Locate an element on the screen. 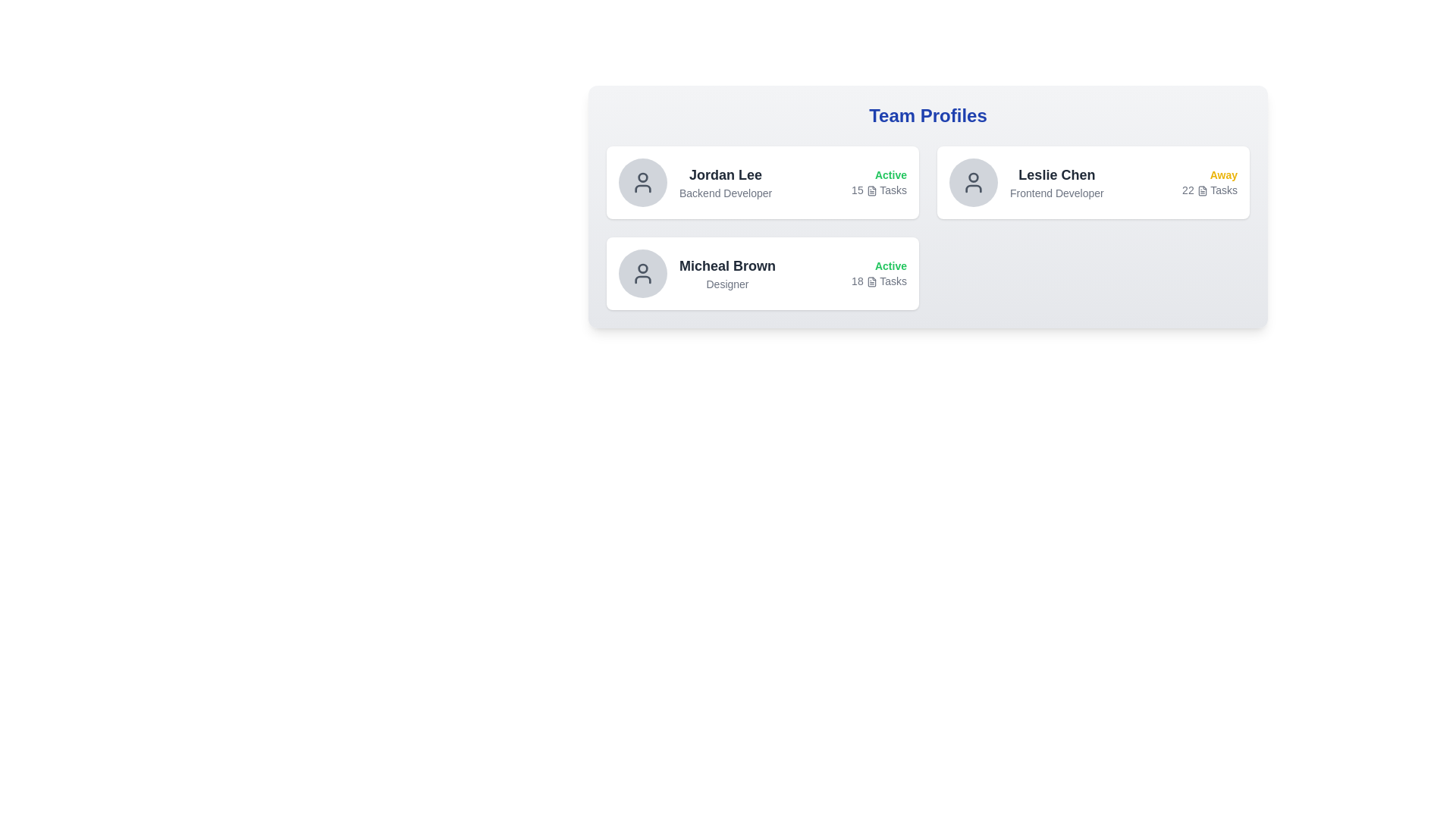 Image resolution: width=1456 pixels, height=819 pixels. the text display showing the name and occupation of the third team member in the 'Team Profiles' section, located to the right of the avatar icon is located at coordinates (1056, 181).